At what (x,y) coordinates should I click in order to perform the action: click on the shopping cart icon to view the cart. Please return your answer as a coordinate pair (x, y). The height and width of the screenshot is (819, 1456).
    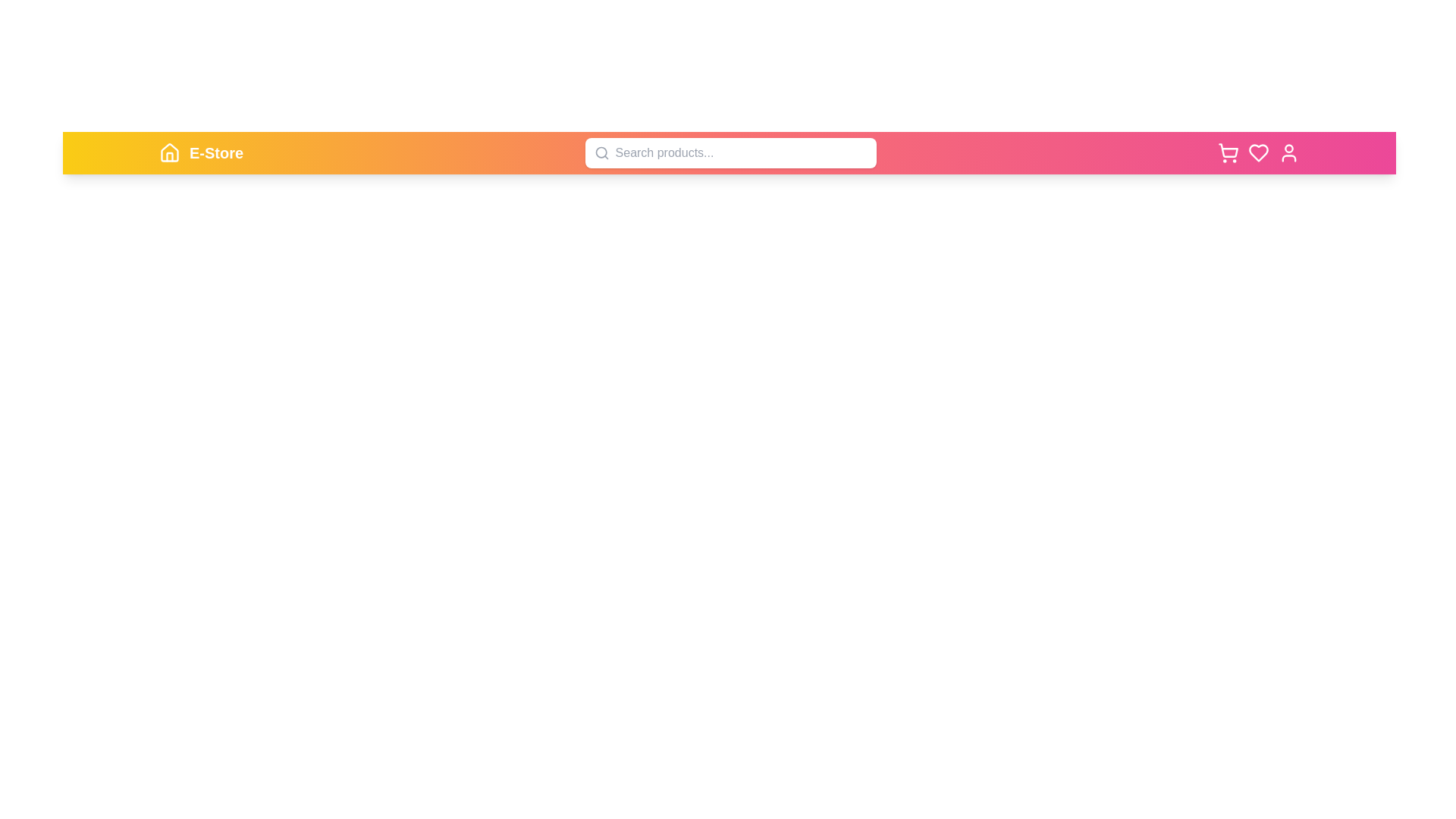
    Looking at the image, I should click on (1228, 152).